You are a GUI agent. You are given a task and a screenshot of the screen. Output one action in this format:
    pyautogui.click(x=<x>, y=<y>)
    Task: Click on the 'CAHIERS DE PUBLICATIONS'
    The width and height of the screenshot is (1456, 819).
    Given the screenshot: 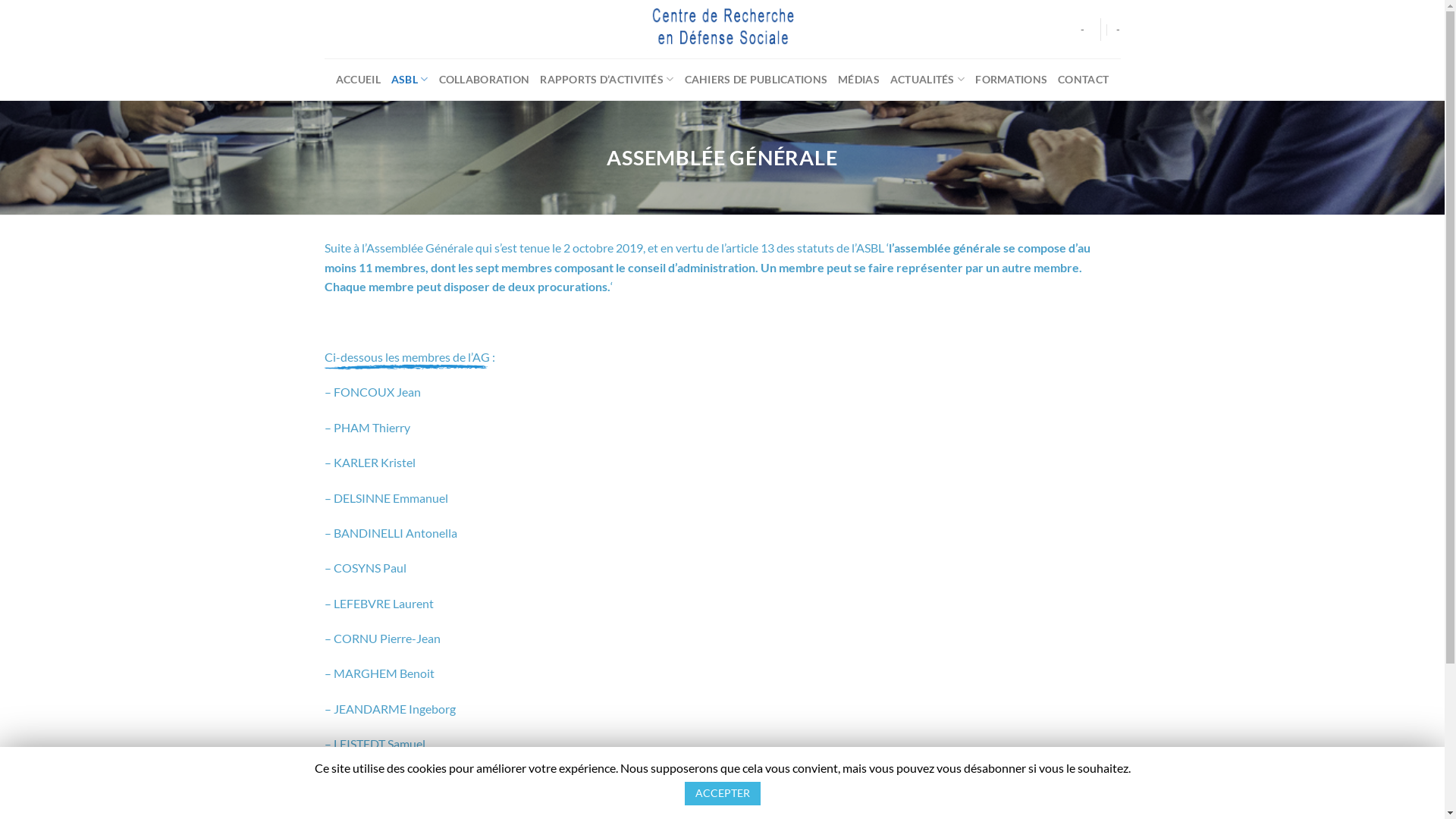 What is the action you would take?
    pyautogui.click(x=755, y=79)
    